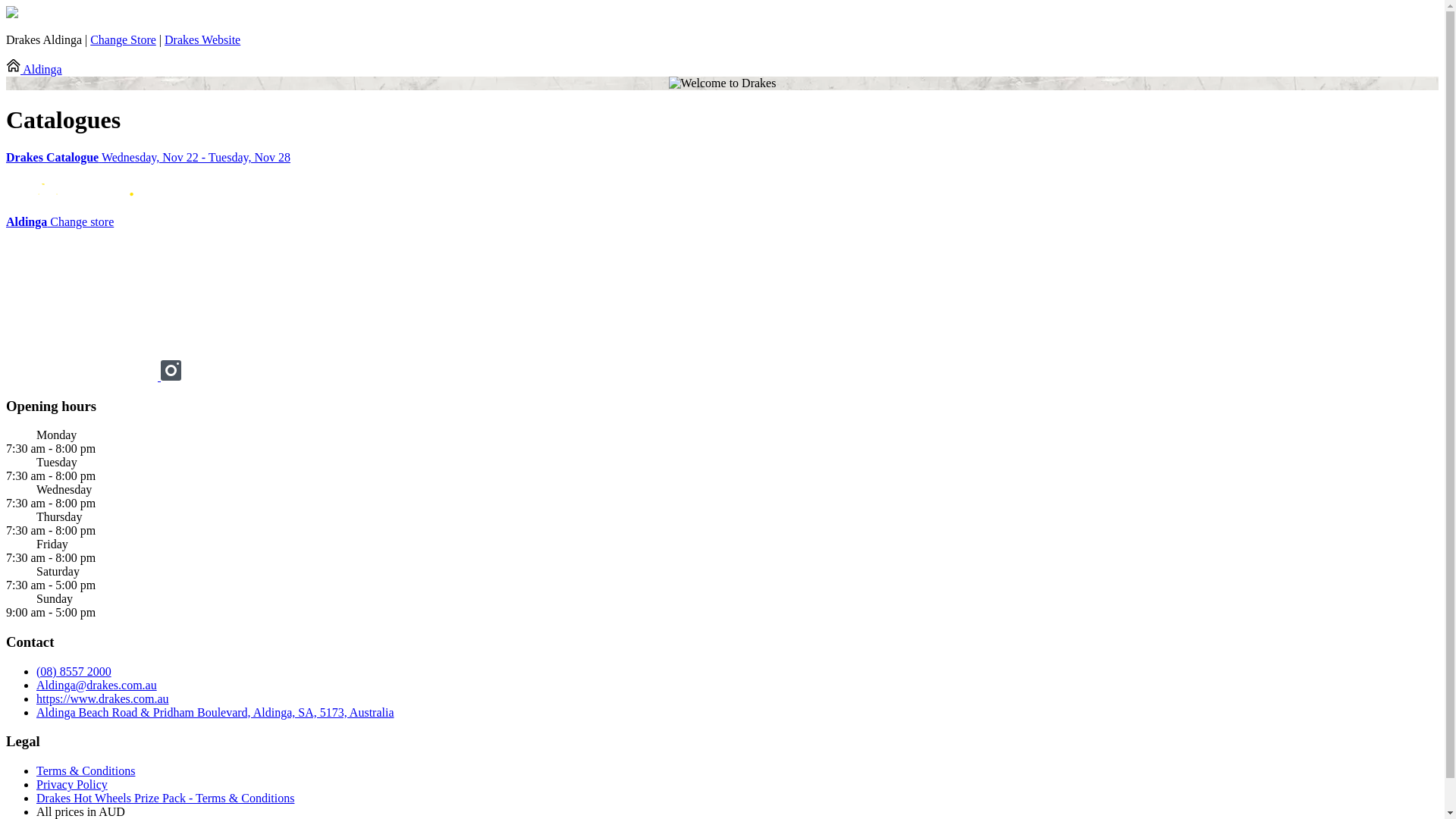  Describe the element at coordinates (36, 770) in the screenshot. I see `'Terms & Conditions'` at that location.